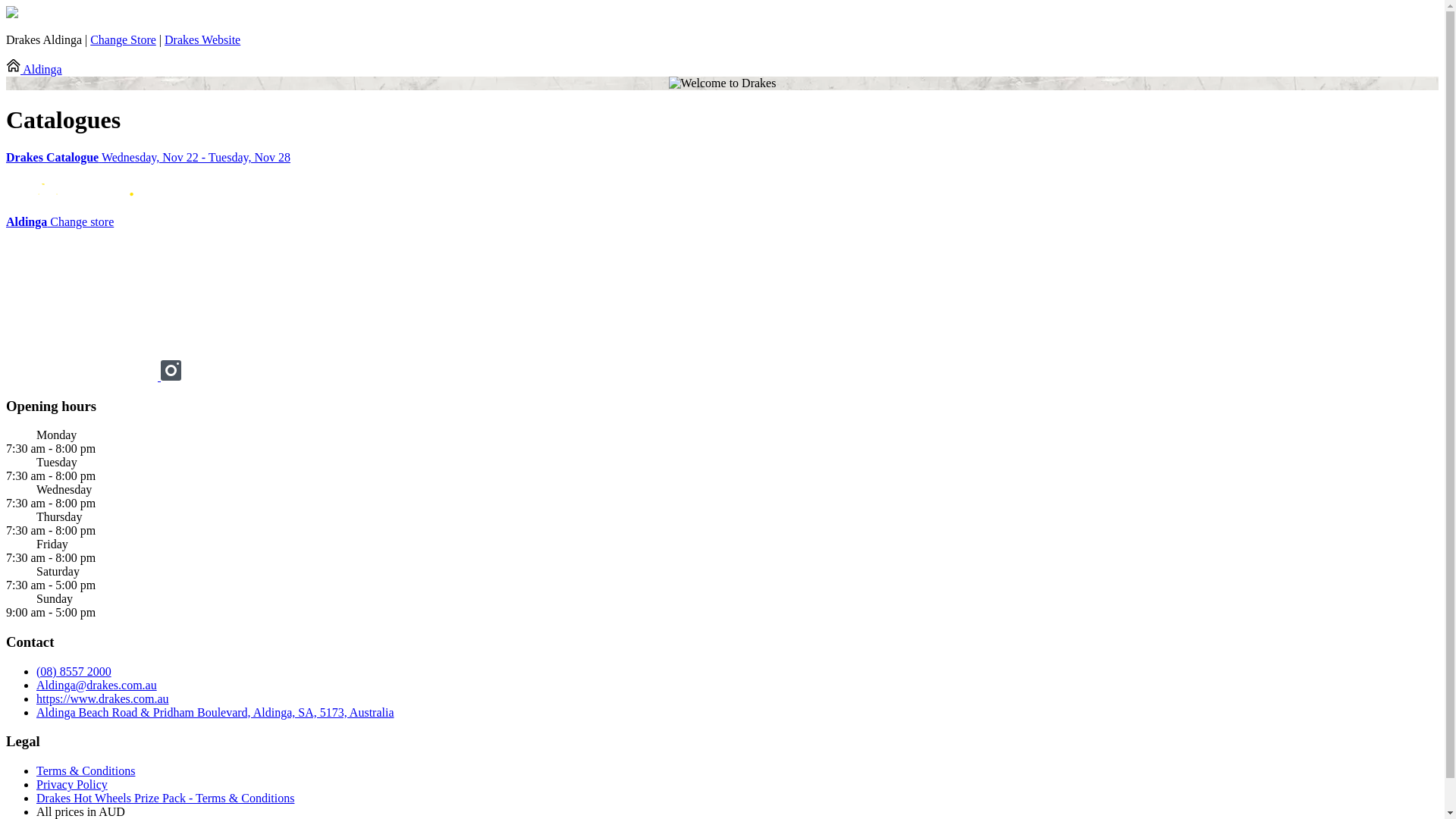  Describe the element at coordinates (36, 770) in the screenshot. I see `'Terms & Conditions'` at that location.